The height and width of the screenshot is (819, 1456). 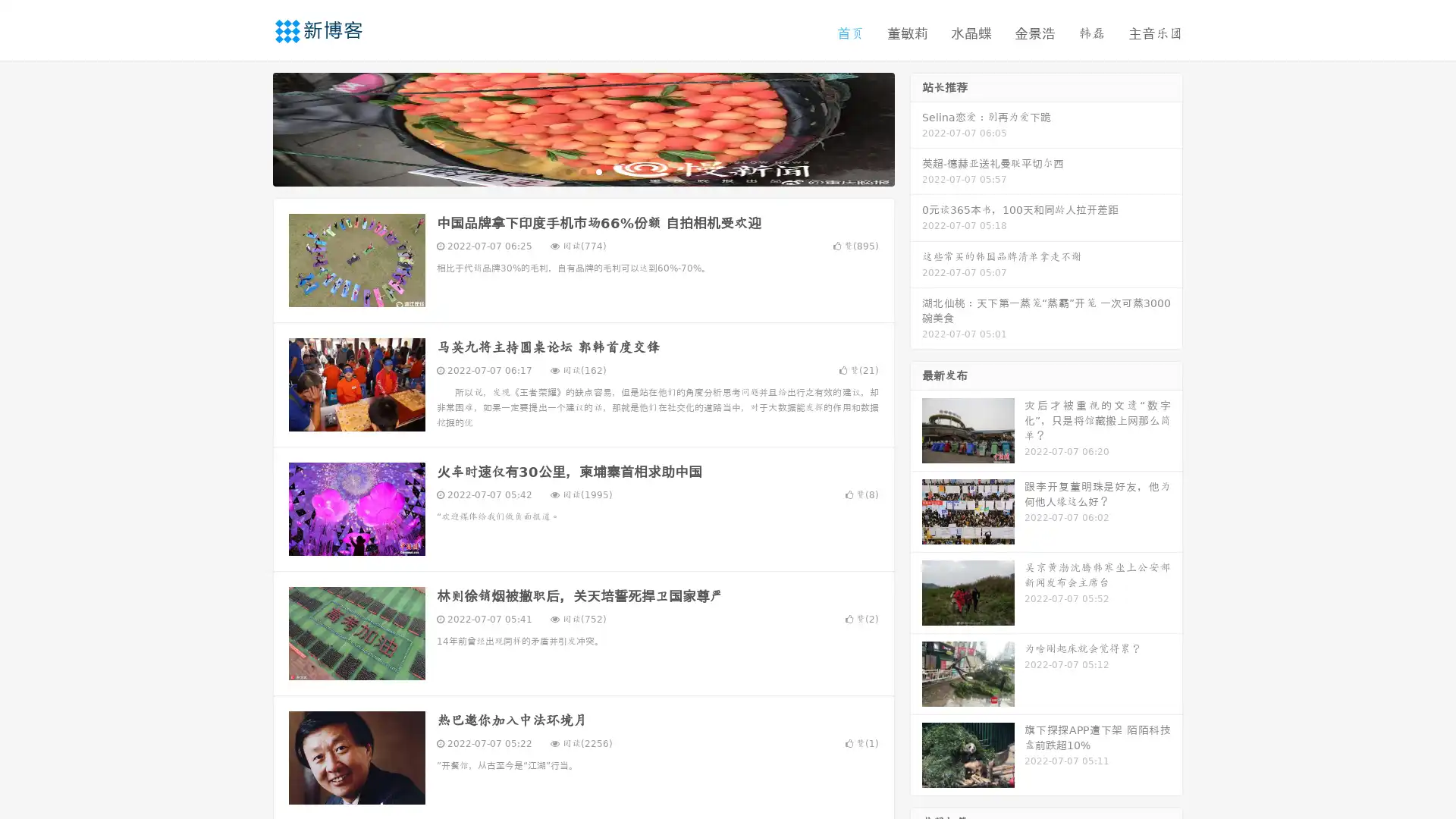 What do you see at coordinates (582, 171) in the screenshot?
I see `Go to slide 2` at bounding box center [582, 171].